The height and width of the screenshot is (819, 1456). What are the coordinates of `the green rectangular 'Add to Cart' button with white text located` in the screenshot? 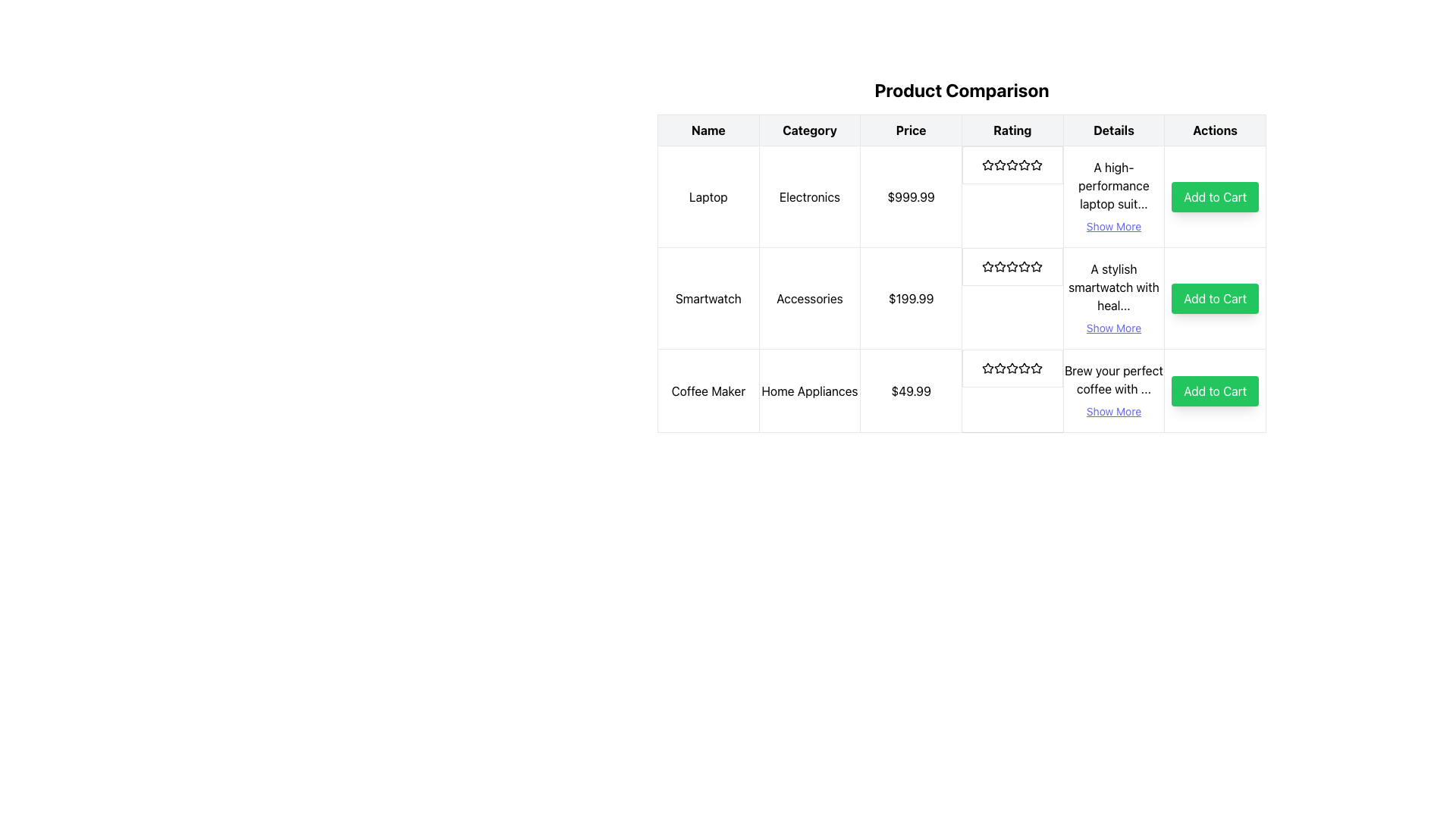 It's located at (1215, 298).